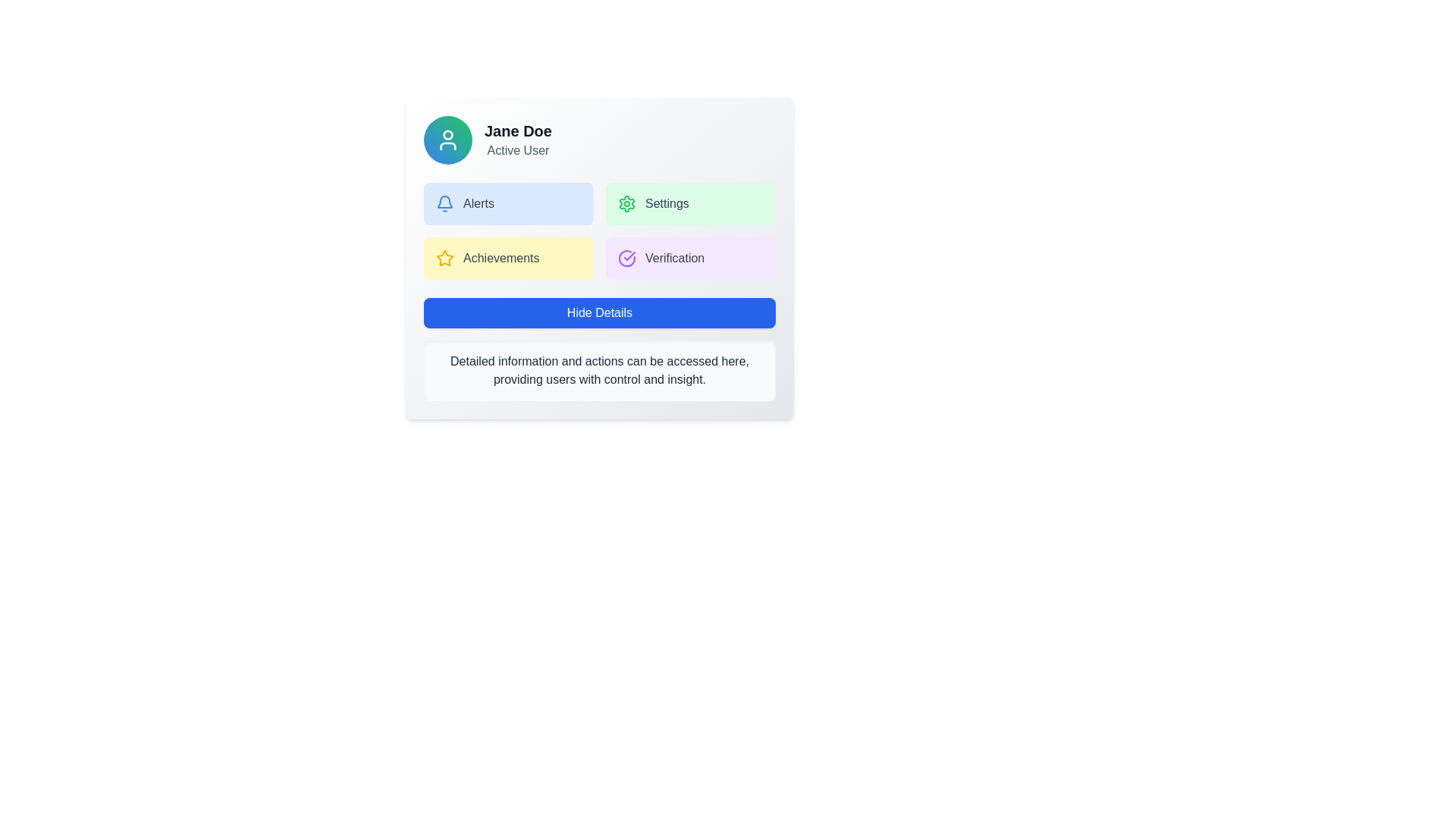 Image resolution: width=1456 pixels, height=819 pixels. I want to click on the stylized checkmark icon element within the SVG component, which is located in the top-left region of the user interface, above the user's name and profile information, so click(629, 256).